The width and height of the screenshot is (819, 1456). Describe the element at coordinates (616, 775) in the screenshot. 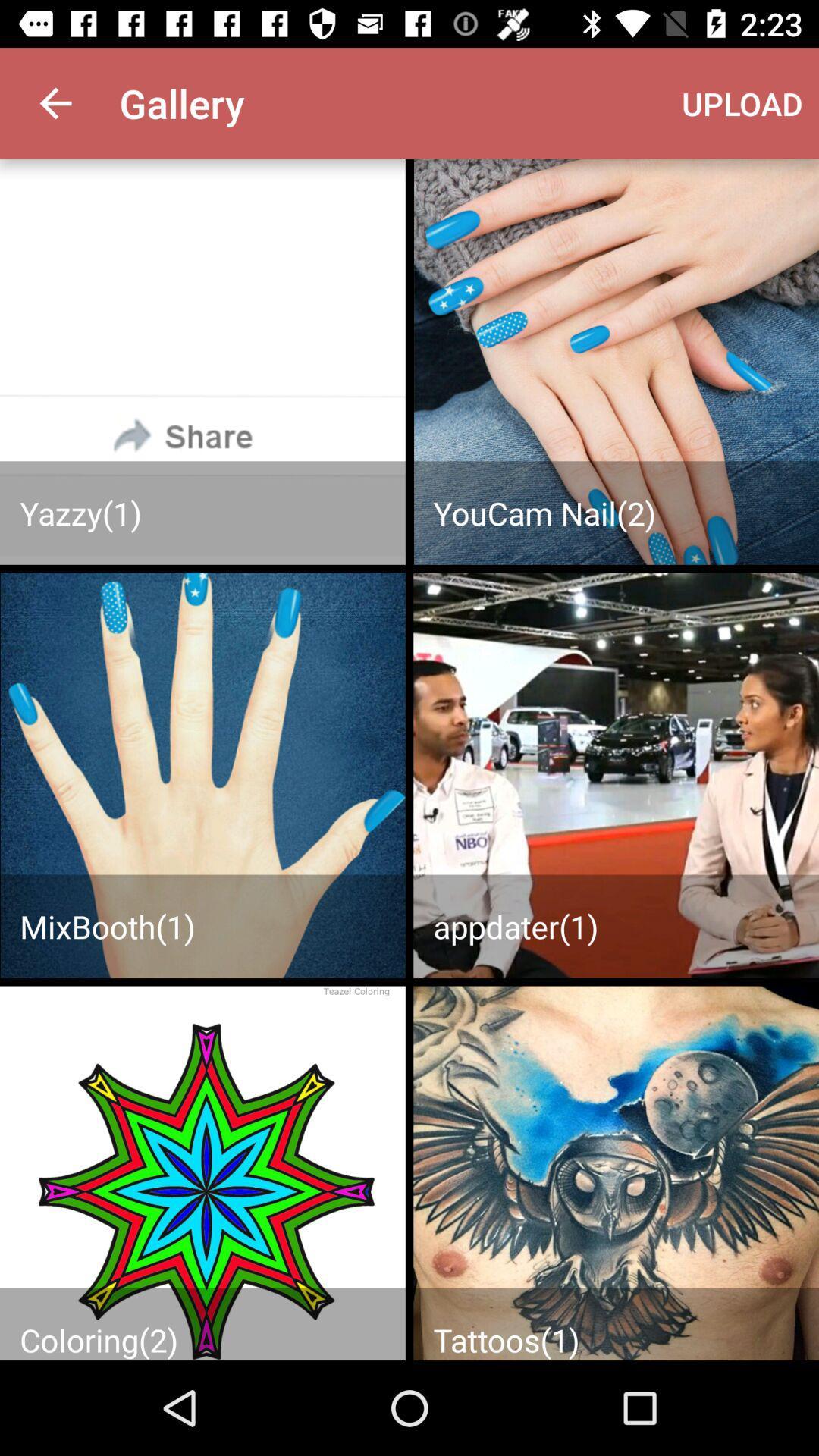

I see `choose this picture` at that location.